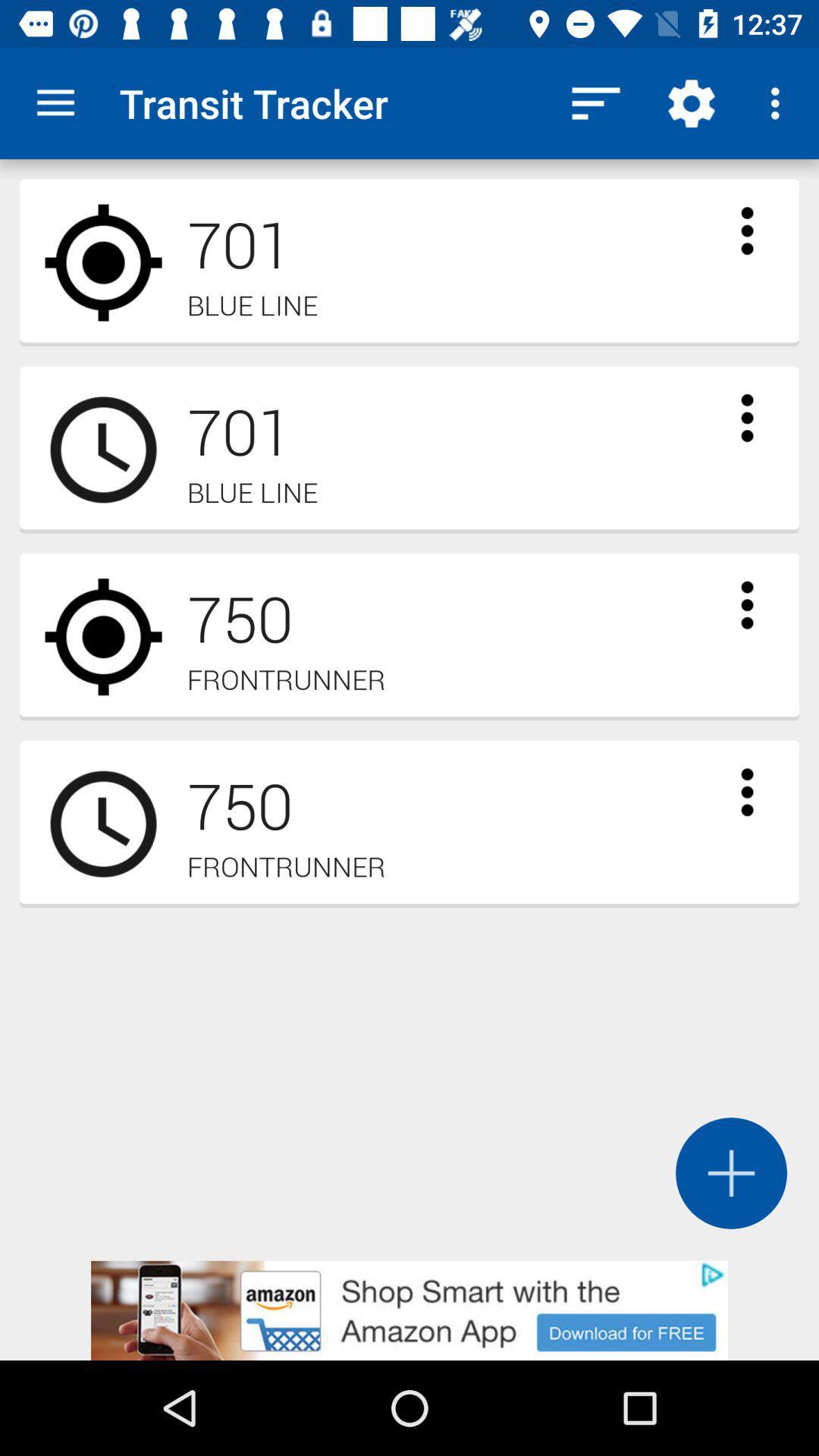 The height and width of the screenshot is (1456, 819). Describe the element at coordinates (746, 418) in the screenshot. I see `open context menu` at that location.